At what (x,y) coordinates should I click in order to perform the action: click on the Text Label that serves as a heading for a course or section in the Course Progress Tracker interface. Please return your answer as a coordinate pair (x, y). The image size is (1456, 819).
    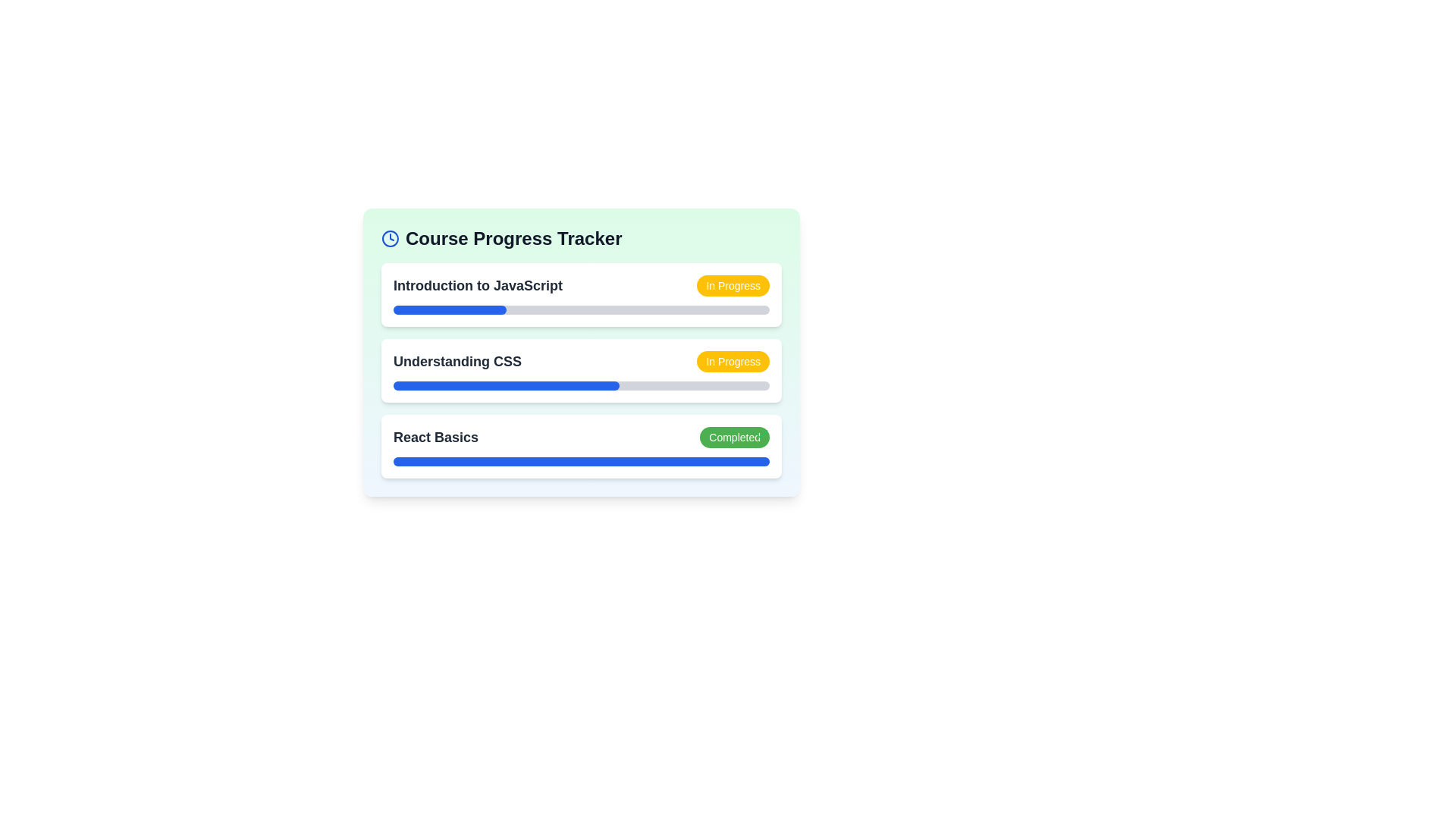
    Looking at the image, I should click on (457, 362).